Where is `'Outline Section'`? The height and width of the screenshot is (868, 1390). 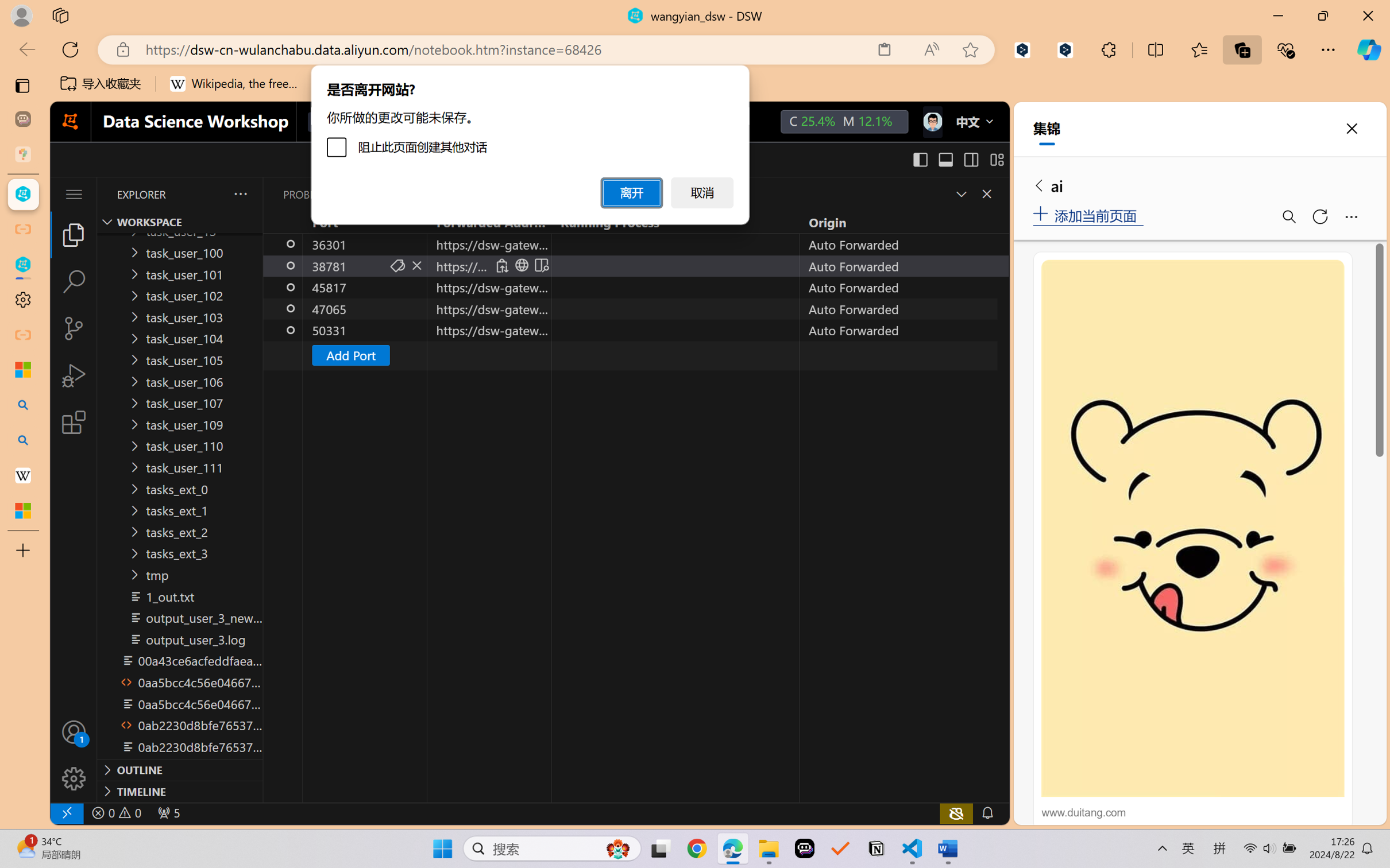 'Outline Section' is located at coordinates (180, 769).